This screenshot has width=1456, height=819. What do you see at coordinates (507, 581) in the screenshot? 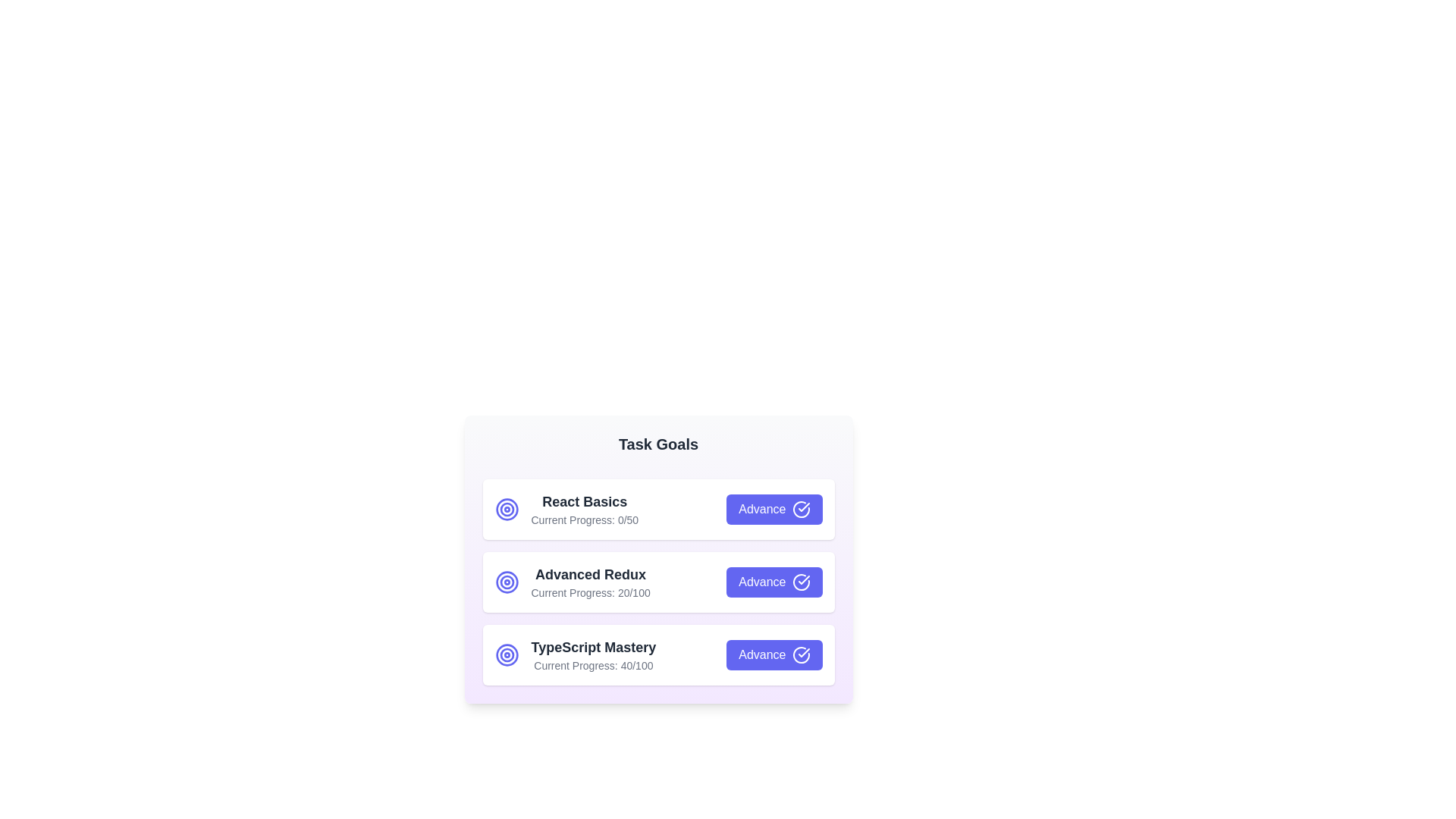
I see `the second circle in the SVG graphic located to the left of the 'React Basics' task` at bounding box center [507, 581].